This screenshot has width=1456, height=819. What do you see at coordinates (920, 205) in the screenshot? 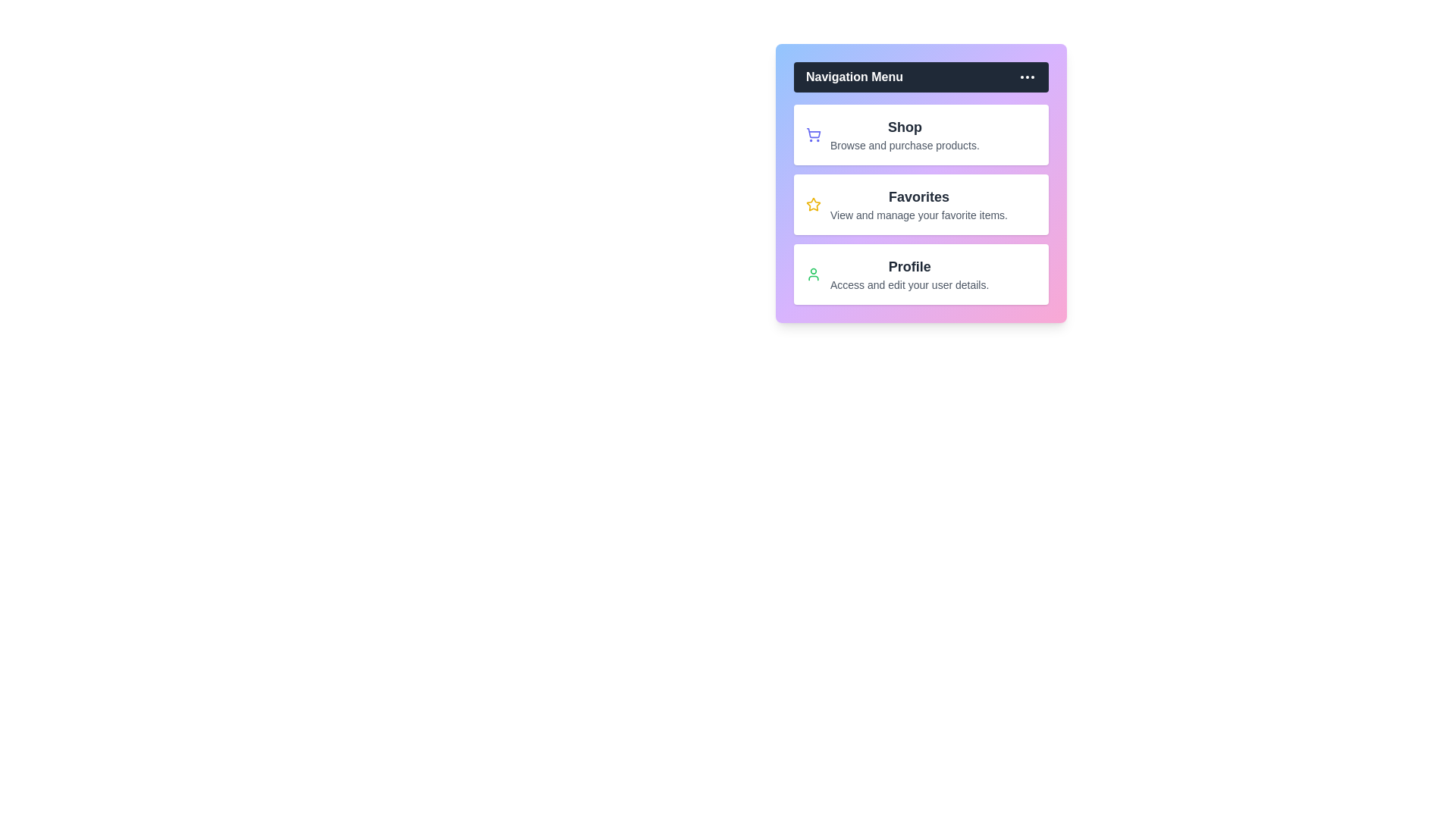
I see `the 'Favorites' item in the navigation menu` at bounding box center [920, 205].